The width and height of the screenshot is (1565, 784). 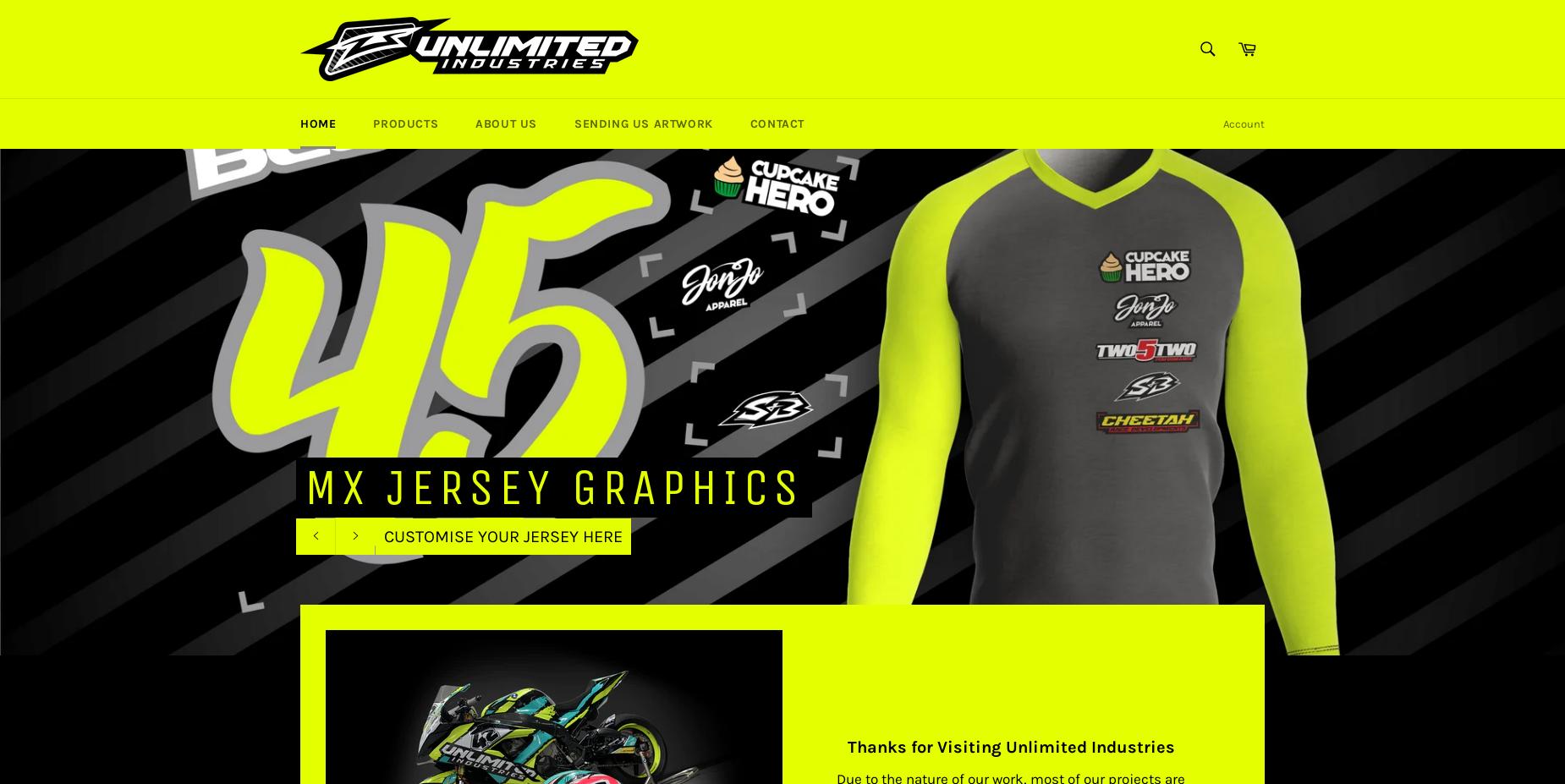 What do you see at coordinates (777, 123) in the screenshot?
I see `'Contact'` at bounding box center [777, 123].